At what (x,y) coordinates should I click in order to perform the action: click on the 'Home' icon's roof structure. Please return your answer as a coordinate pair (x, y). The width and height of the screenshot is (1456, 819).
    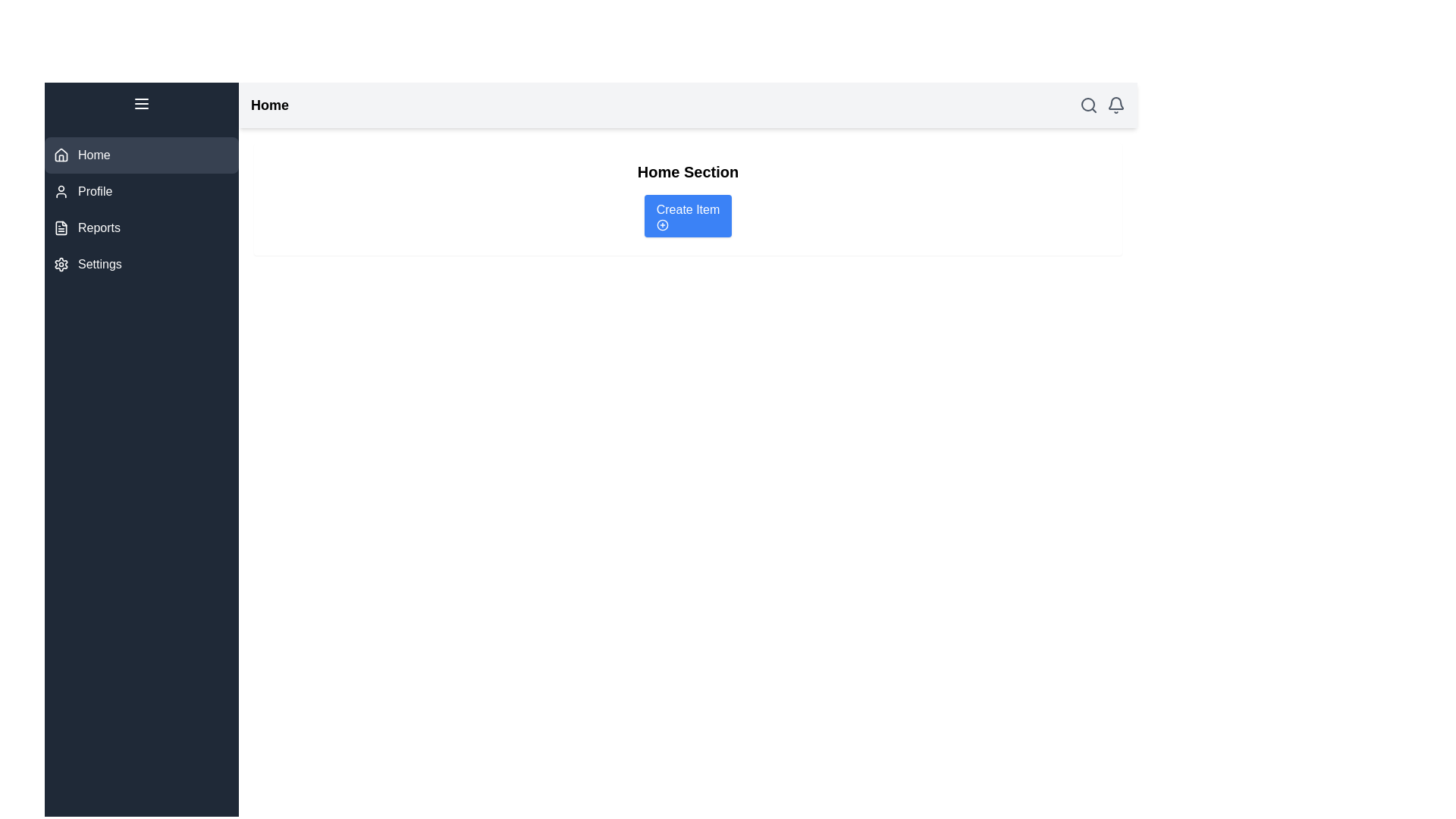
    Looking at the image, I should click on (61, 155).